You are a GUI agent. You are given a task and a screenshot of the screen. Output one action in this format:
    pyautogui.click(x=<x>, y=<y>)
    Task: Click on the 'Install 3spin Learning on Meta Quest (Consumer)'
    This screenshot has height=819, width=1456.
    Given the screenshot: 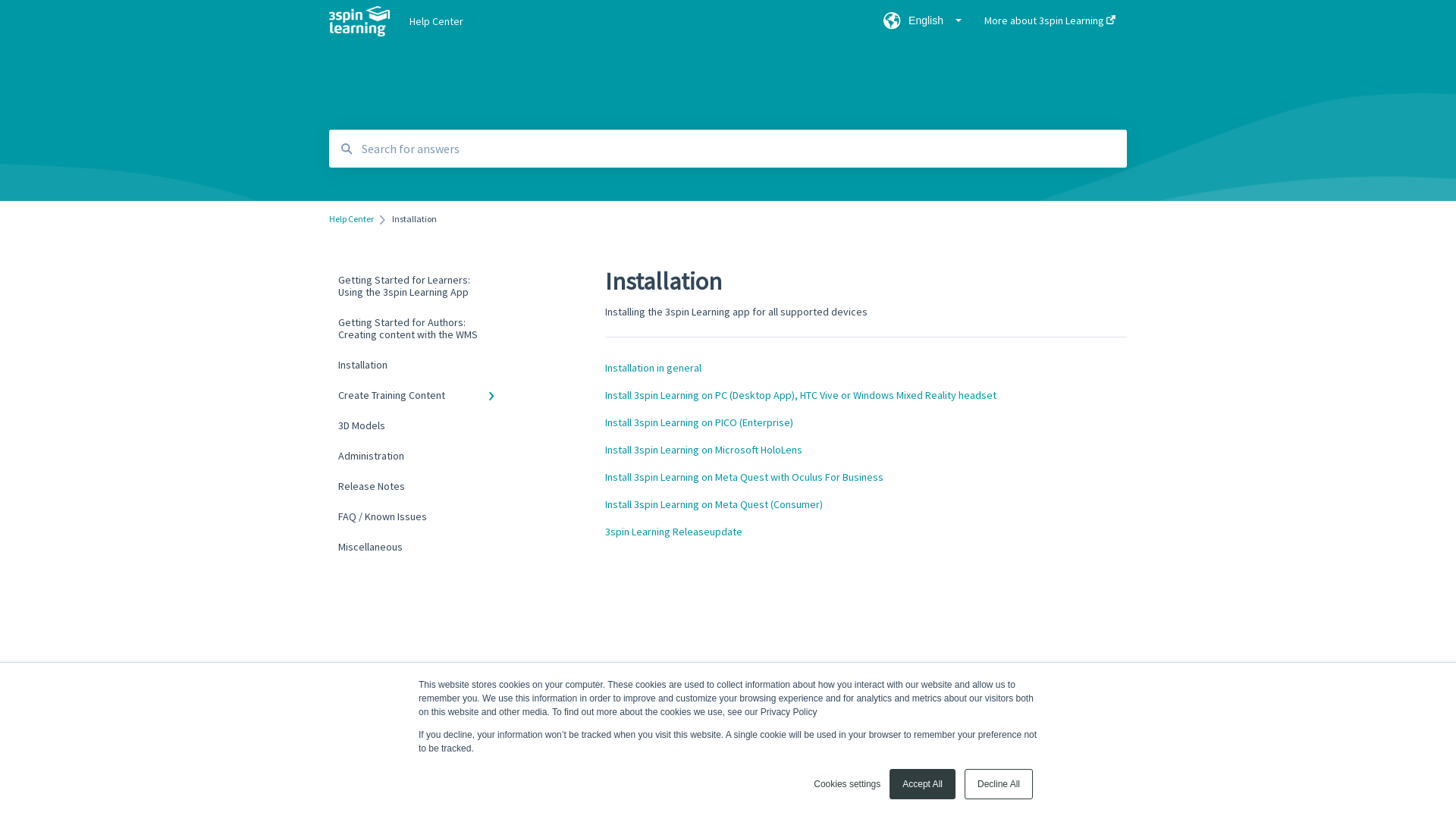 What is the action you would take?
    pyautogui.click(x=713, y=504)
    